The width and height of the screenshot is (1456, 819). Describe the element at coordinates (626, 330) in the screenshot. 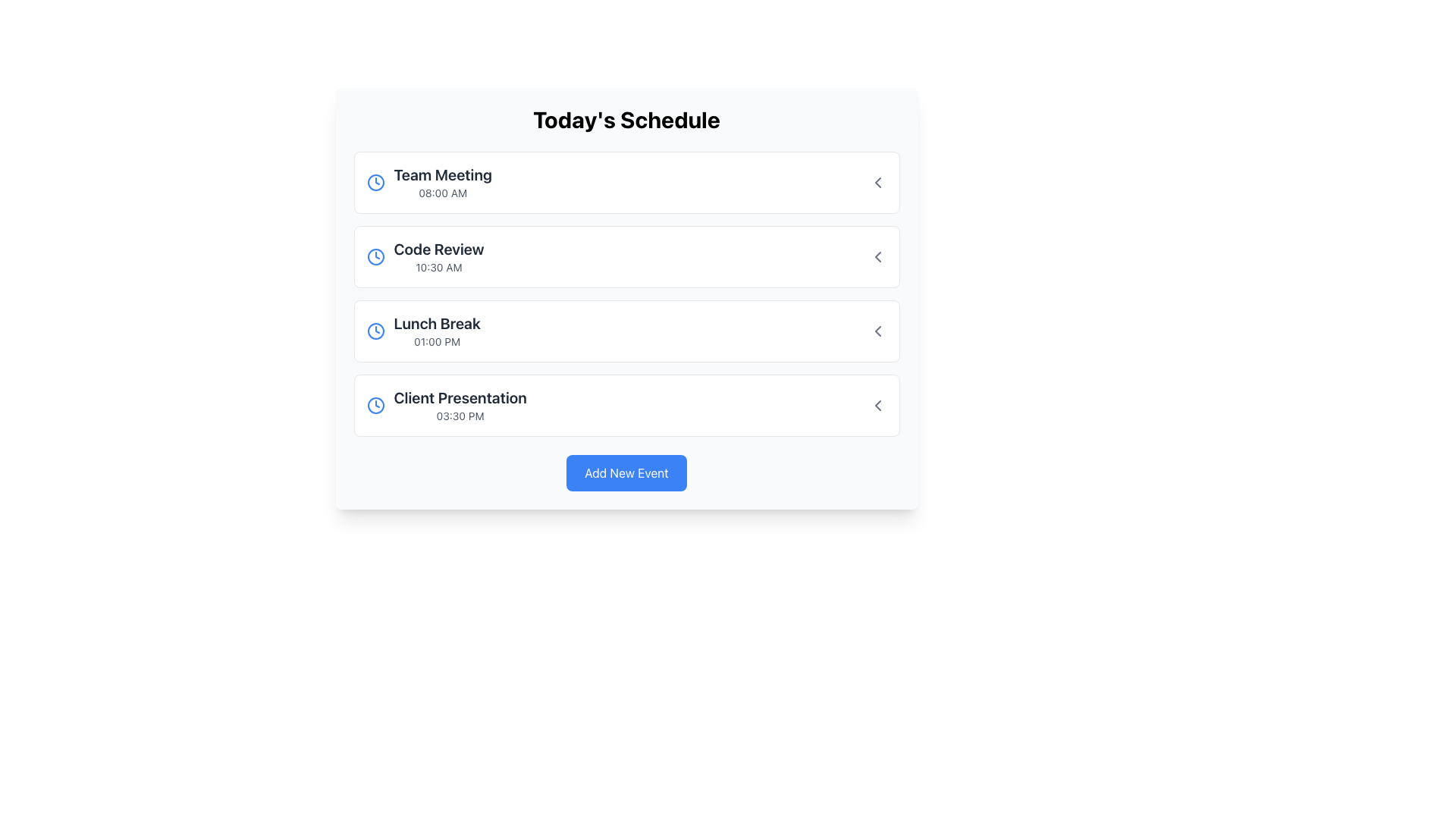

I see `the 'Lunch Break' scheduled event card located in the third position of the event list` at that location.